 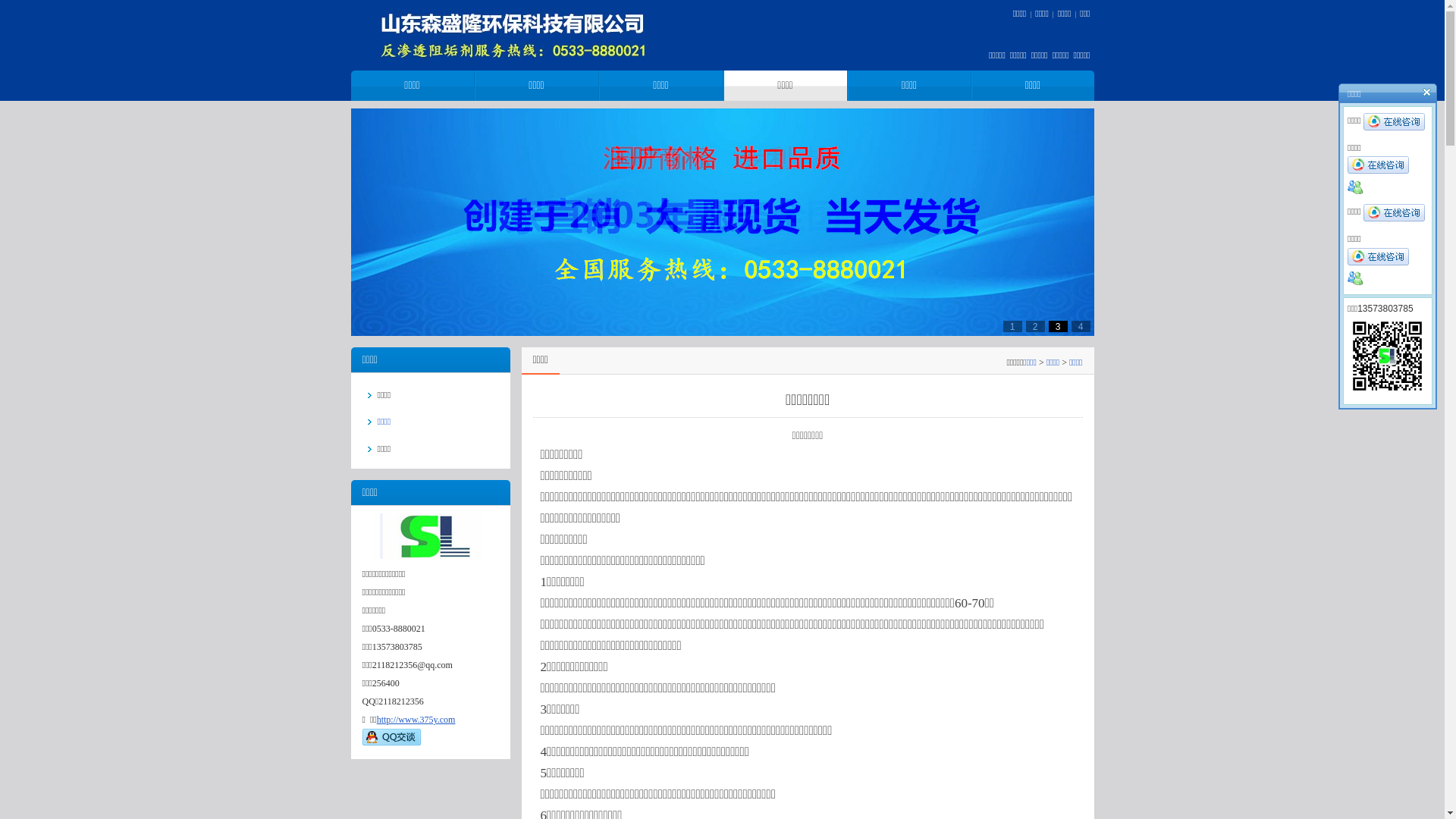 I want to click on '3', so click(x=1056, y=326).